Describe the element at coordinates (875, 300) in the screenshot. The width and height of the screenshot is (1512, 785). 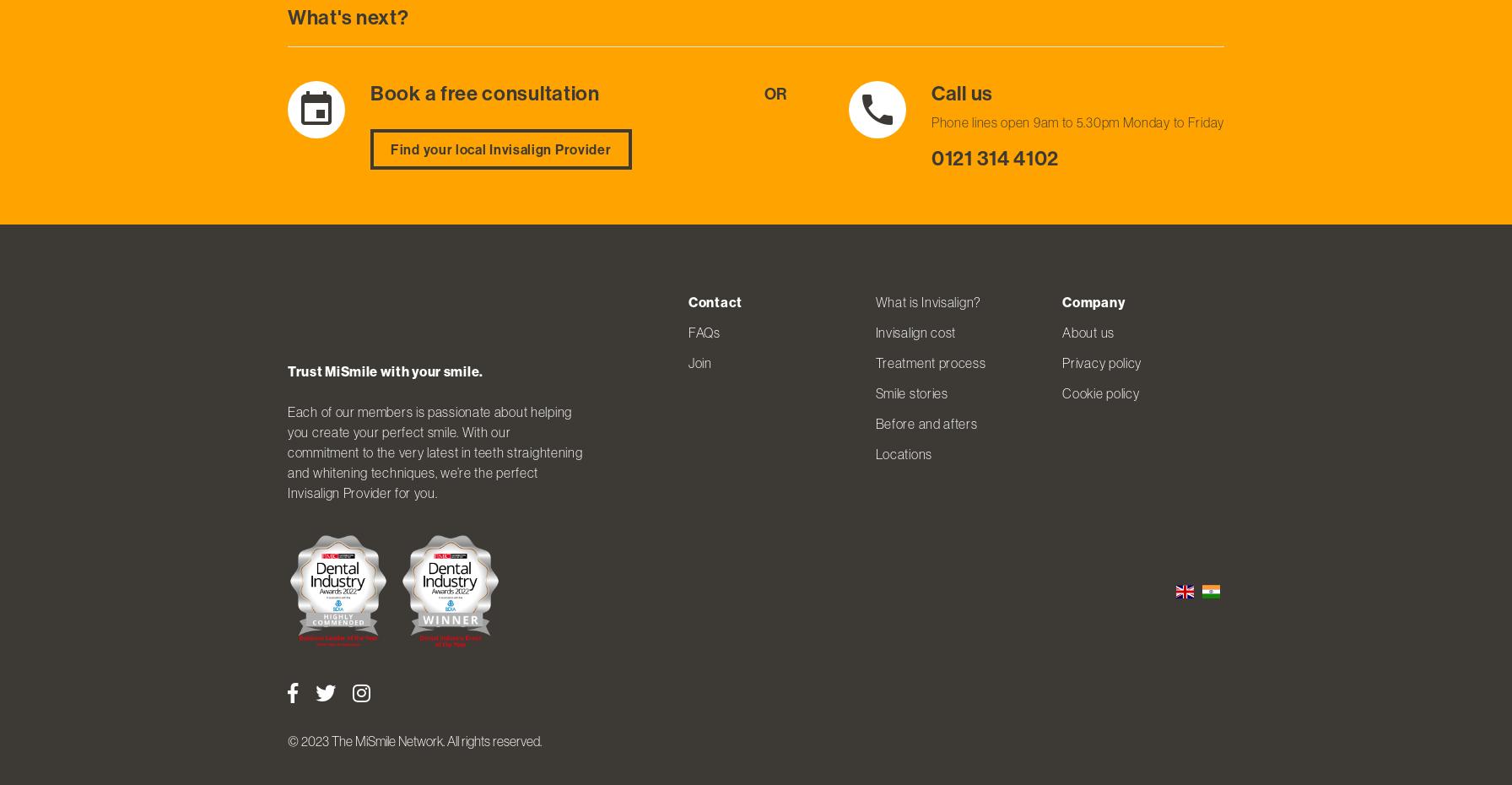
I see `'What is Invisalign?'` at that location.